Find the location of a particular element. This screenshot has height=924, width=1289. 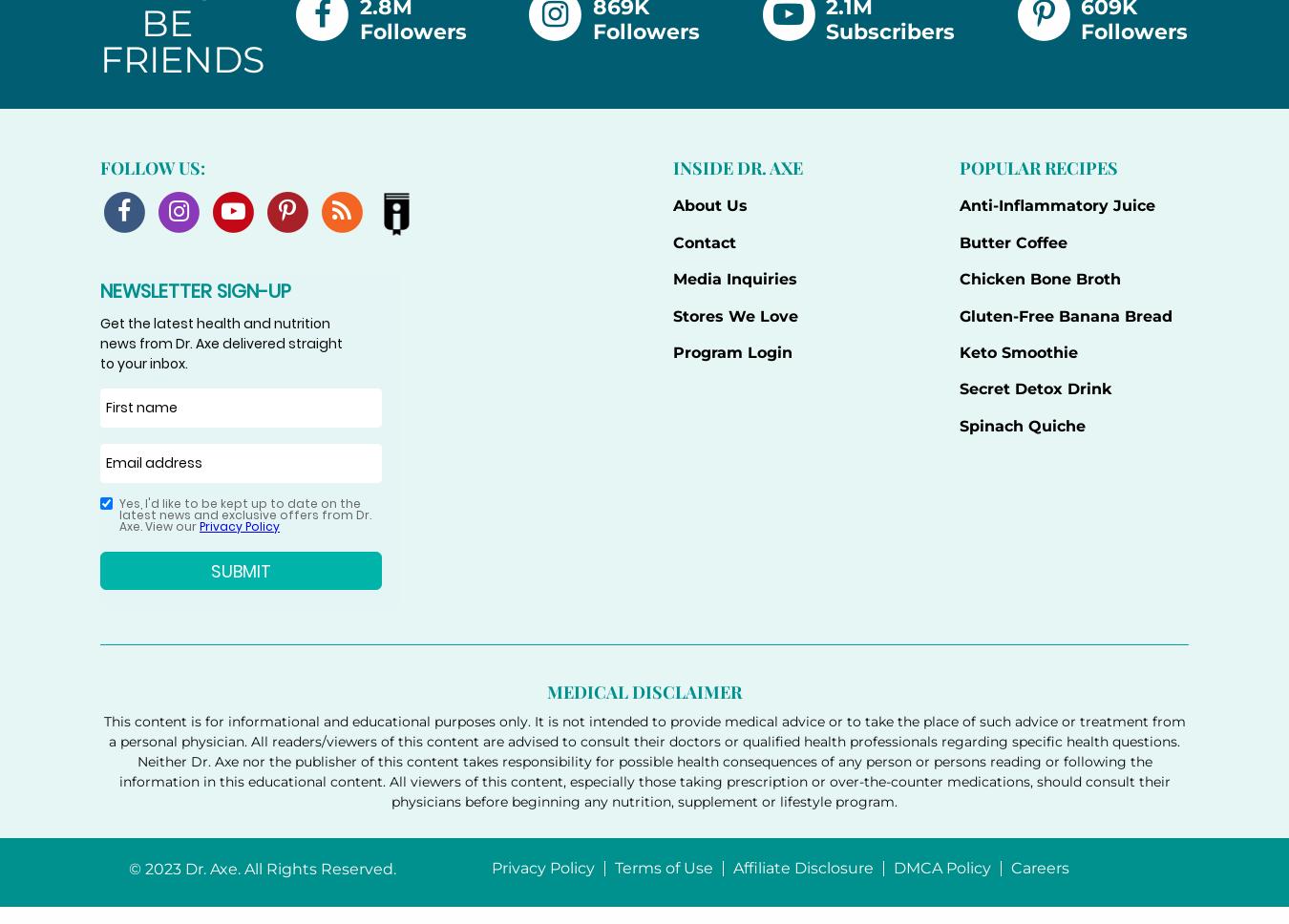

'Butter Coffee' is located at coordinates (1012, 241).